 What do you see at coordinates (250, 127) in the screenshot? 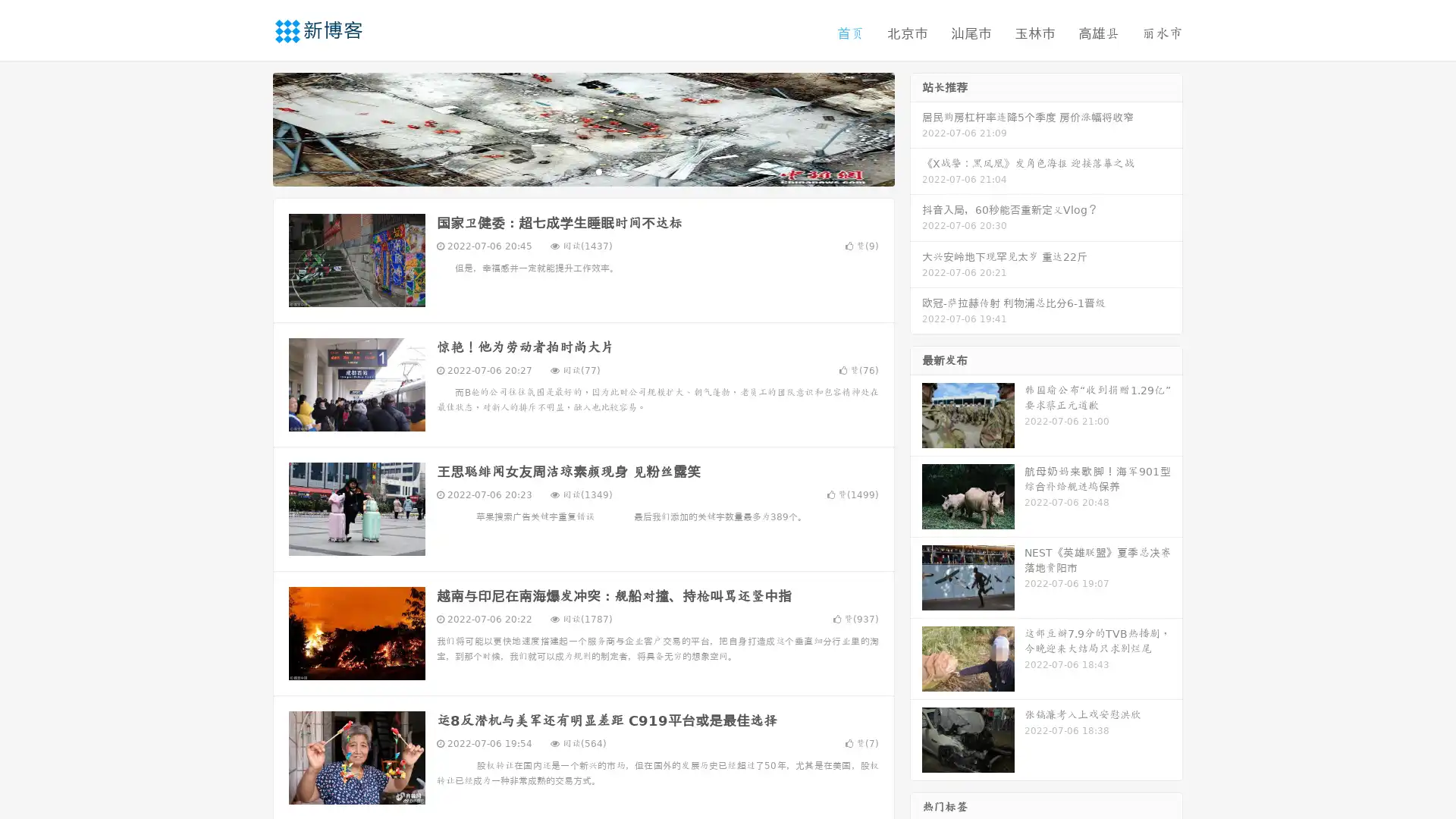
I see `Previous slide` at bounding box center [250, 127].